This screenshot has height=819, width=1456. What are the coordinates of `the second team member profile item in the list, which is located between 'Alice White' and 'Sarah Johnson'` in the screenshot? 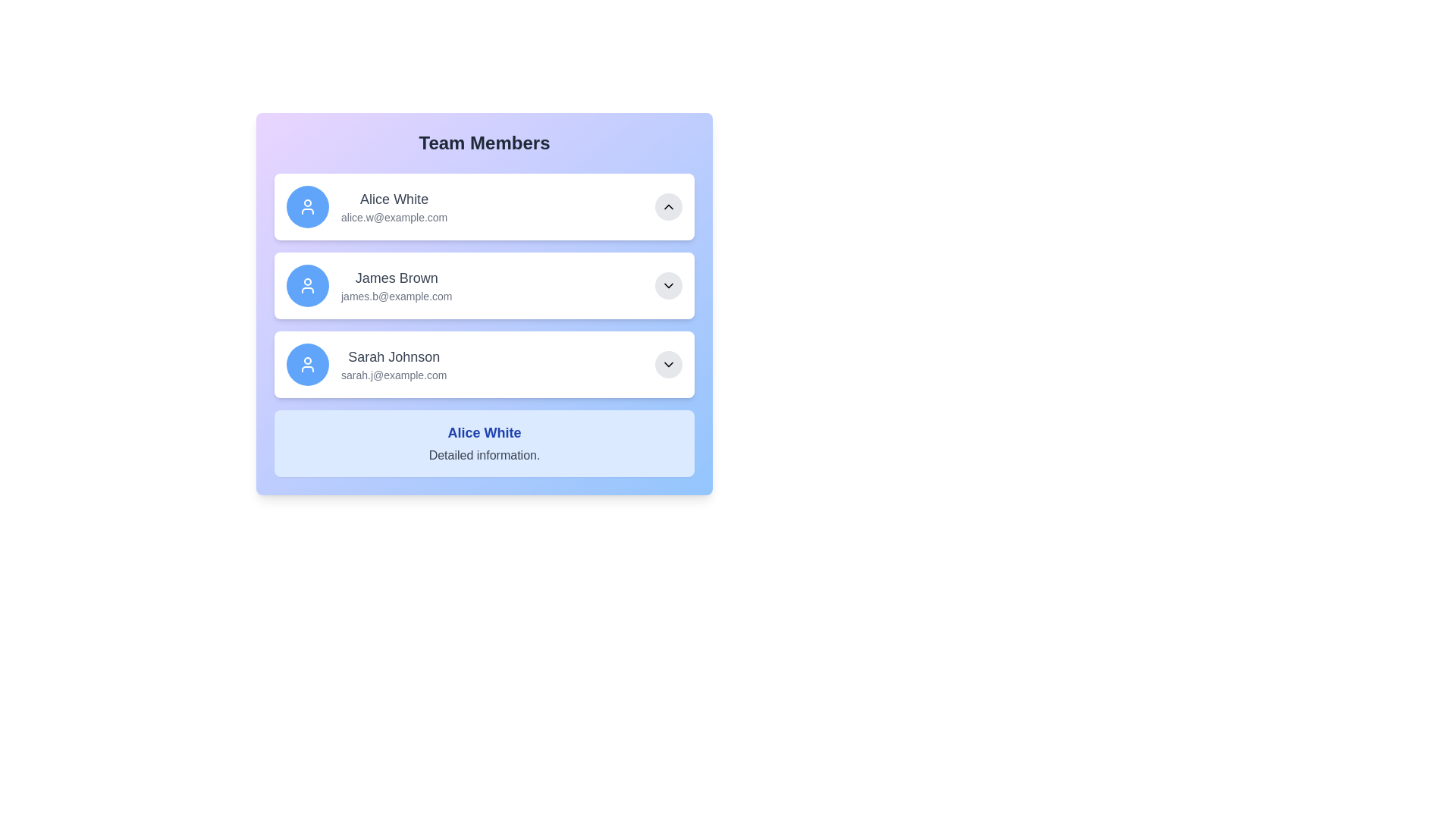 It's located at (483, 286).